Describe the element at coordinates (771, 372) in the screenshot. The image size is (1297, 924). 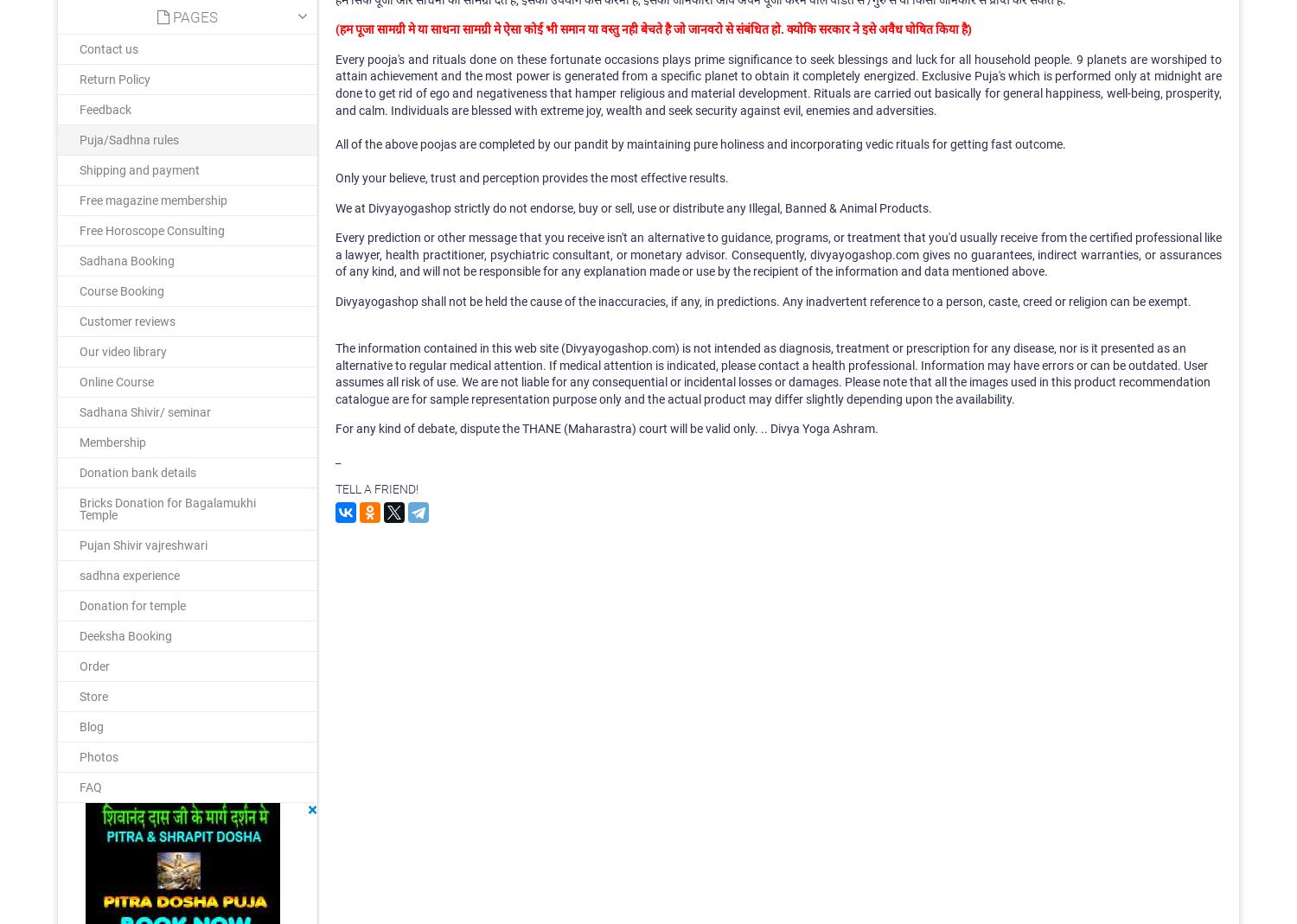
I see `'The information contained in this web site (Divyayogashop.com) is not intended as diagnosis,  treatment or prescription for any disease, nor is it presented as an  alternative to regular medical attention. If medical attention is  indicated, please contact a health professional. Information may have  errors or can be outdated. User assumes all risk of use. We are not  liable for any consequential or incidental losses or damages. Please  note that all the images used in this product recommendation catalogue  are for sample representation purpose only and the actual product may  differ slightly depending upon the availability.'` at that location.